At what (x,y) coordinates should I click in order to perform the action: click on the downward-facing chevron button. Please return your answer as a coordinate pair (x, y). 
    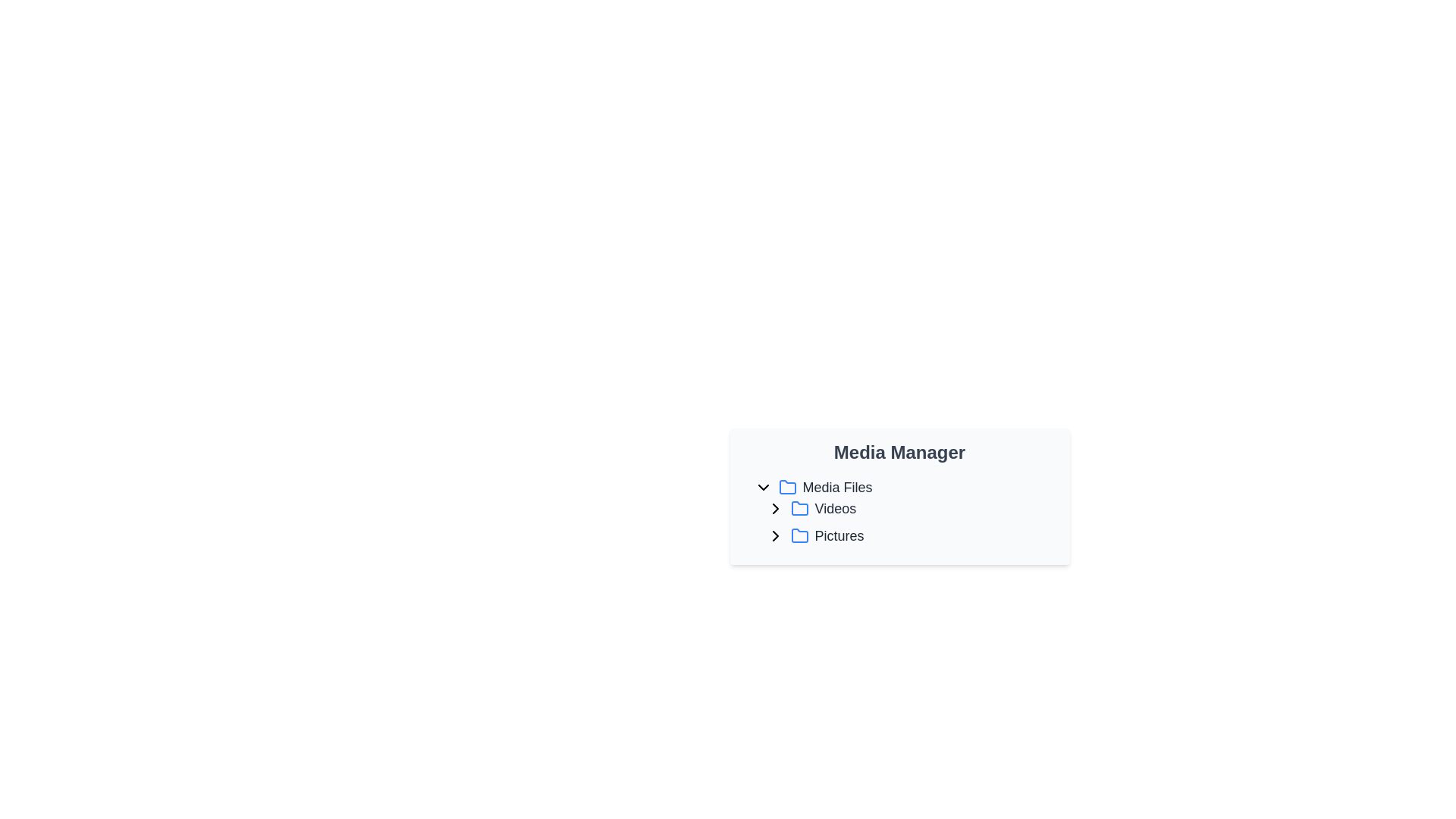
    Looking at the image, I should click on (763, 488).